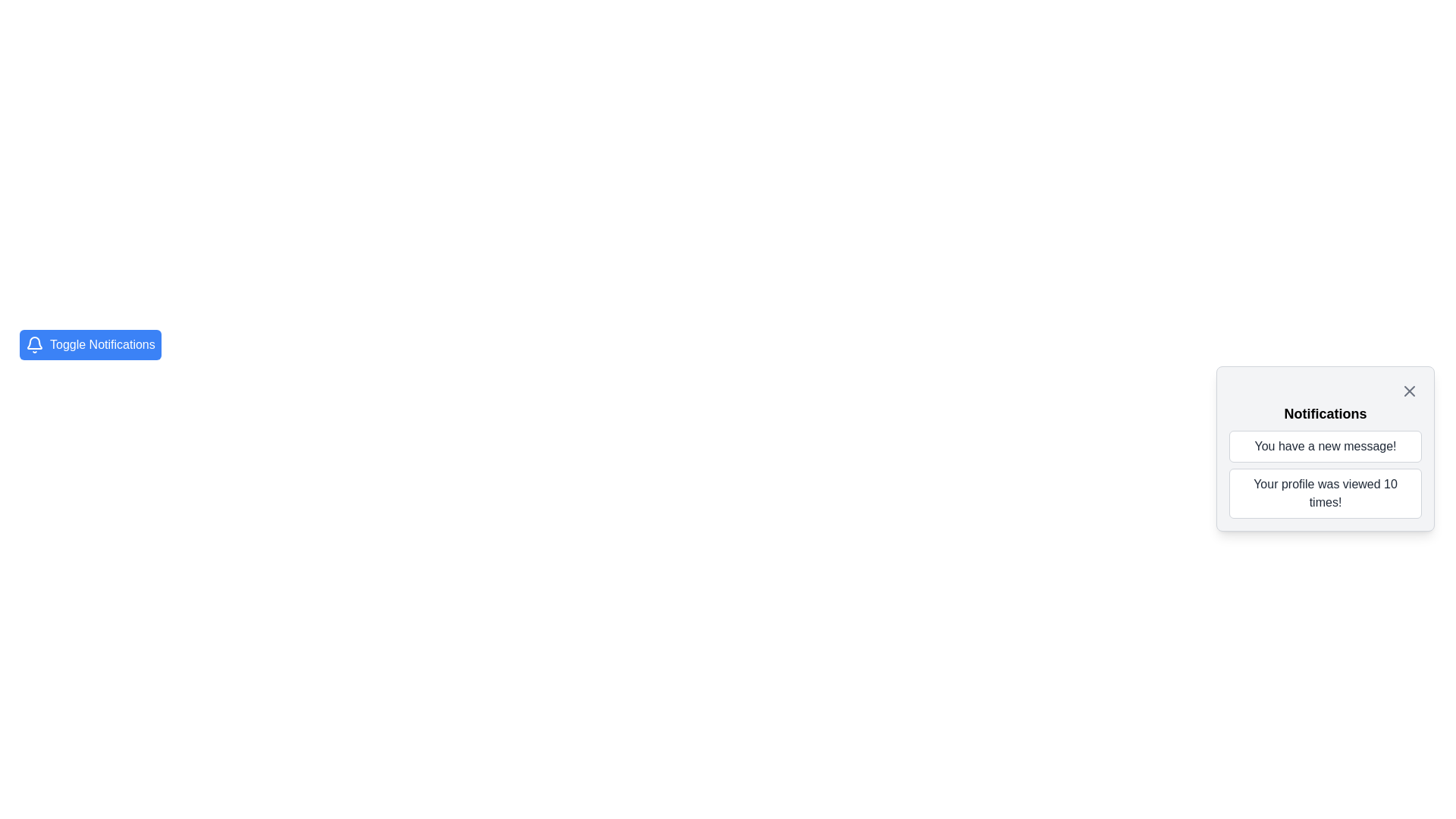 The width and height of the screenshot is (1456, 819). What do you see at coordinates (35, 343) in the screenshot?
I see `the bell-shaped icon with a blue background and white outlines located on the left side of the 'Toggle Notifications' button` at bounding box center [35, 343].